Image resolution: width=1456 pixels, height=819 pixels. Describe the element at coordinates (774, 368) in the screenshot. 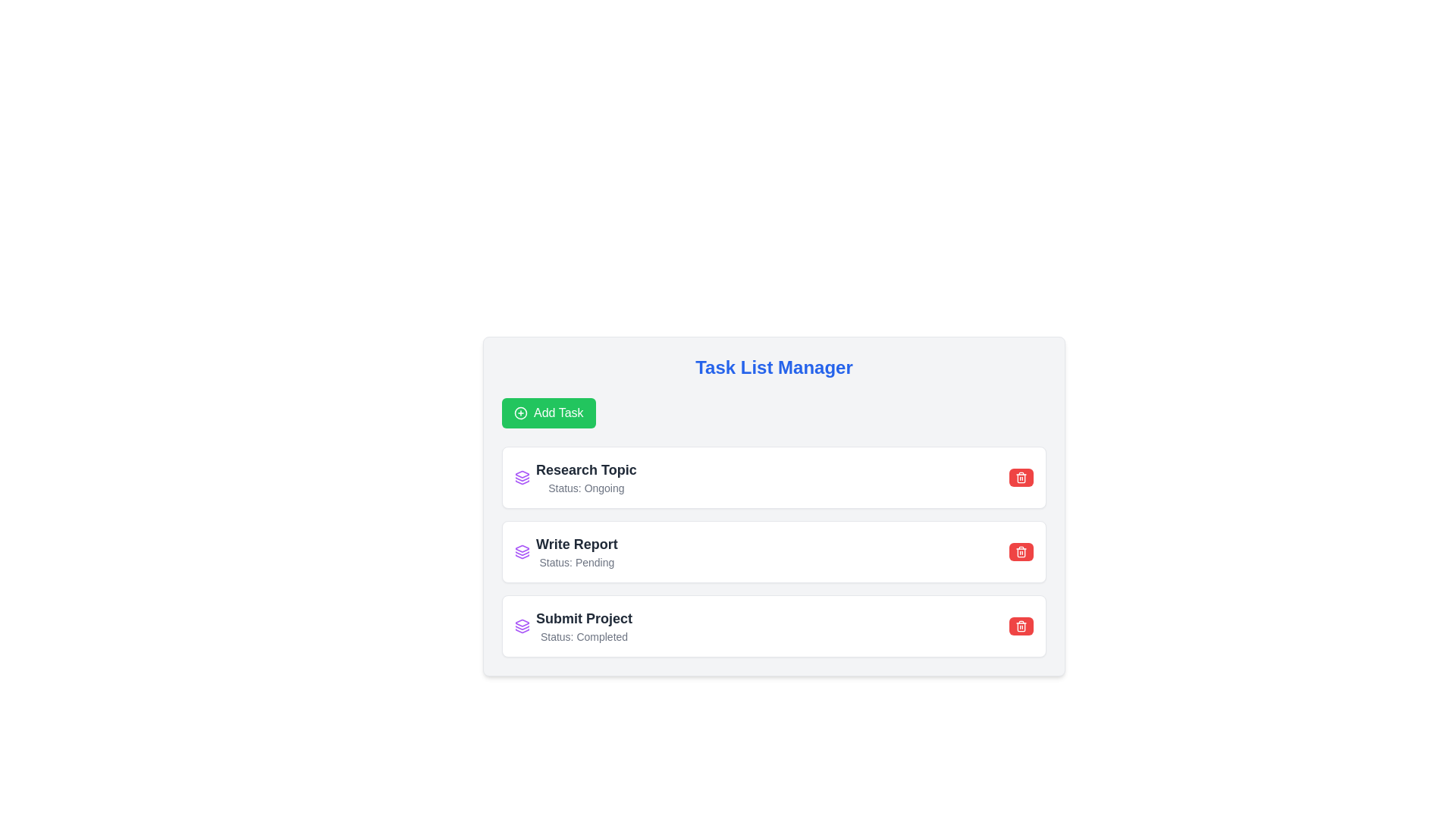

I see `the 'Task List Manager' text label, which is styled in bold, blue, and centered at the top of the task management section` at that location.